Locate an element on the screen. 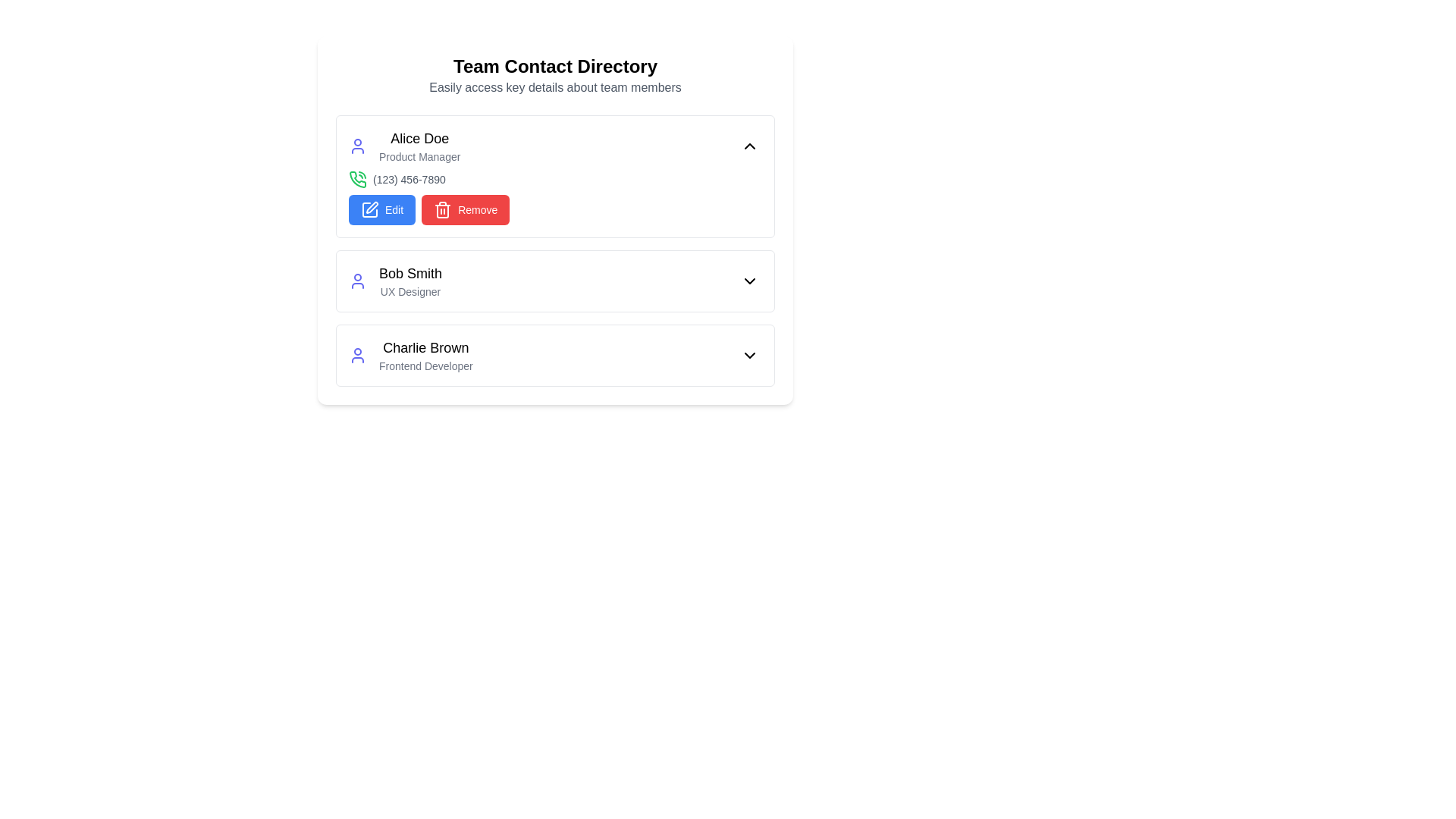 This screenshot has width=1456, height=819. the static text element stating 'Easily access key details about team members.' which is styled in gray color and located below the title 'Team Contact Directory' is located at coordinates (554, 87).